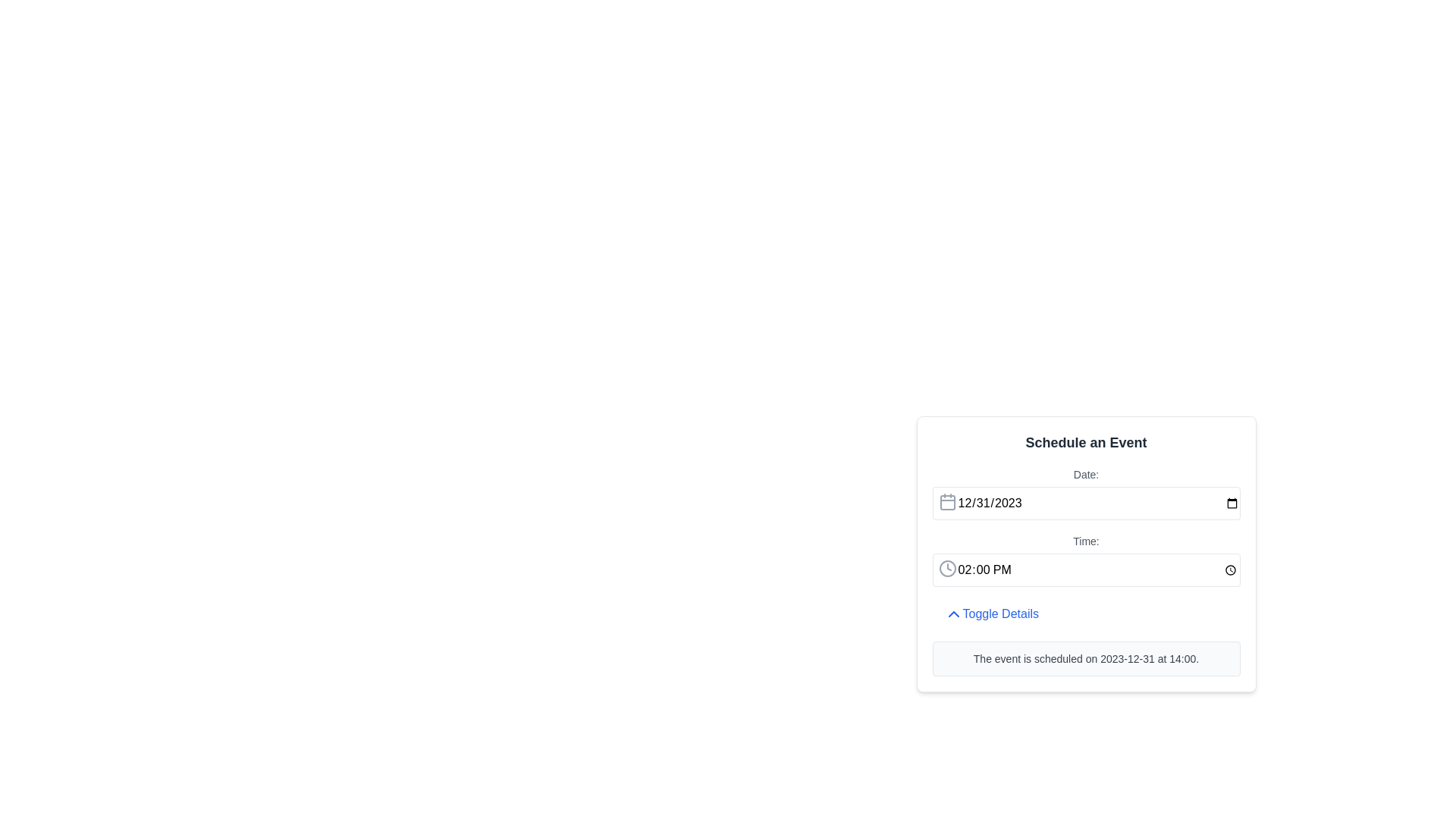 Image resolution: width=1456 pixels, height=819 pixels. What do you see at coordinates (1085, 657) in the screenshot?
I see `the text block that provides information about the scheduled event, positioned below the 'Toggle Details' button` at bounding box center [1085, 657].